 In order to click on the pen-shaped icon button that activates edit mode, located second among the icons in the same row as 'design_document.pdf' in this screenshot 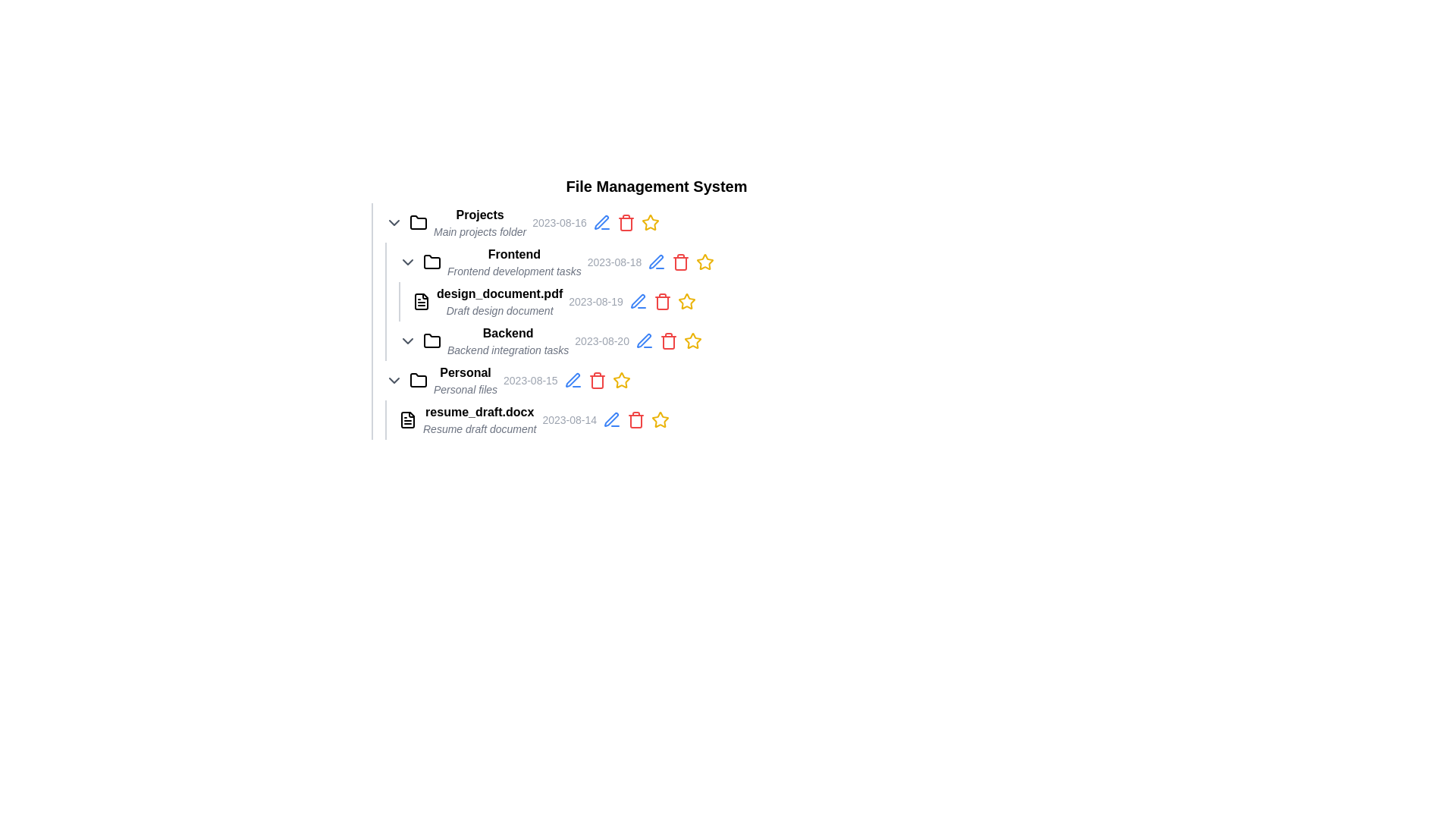, I will do `click(638, 301)`.